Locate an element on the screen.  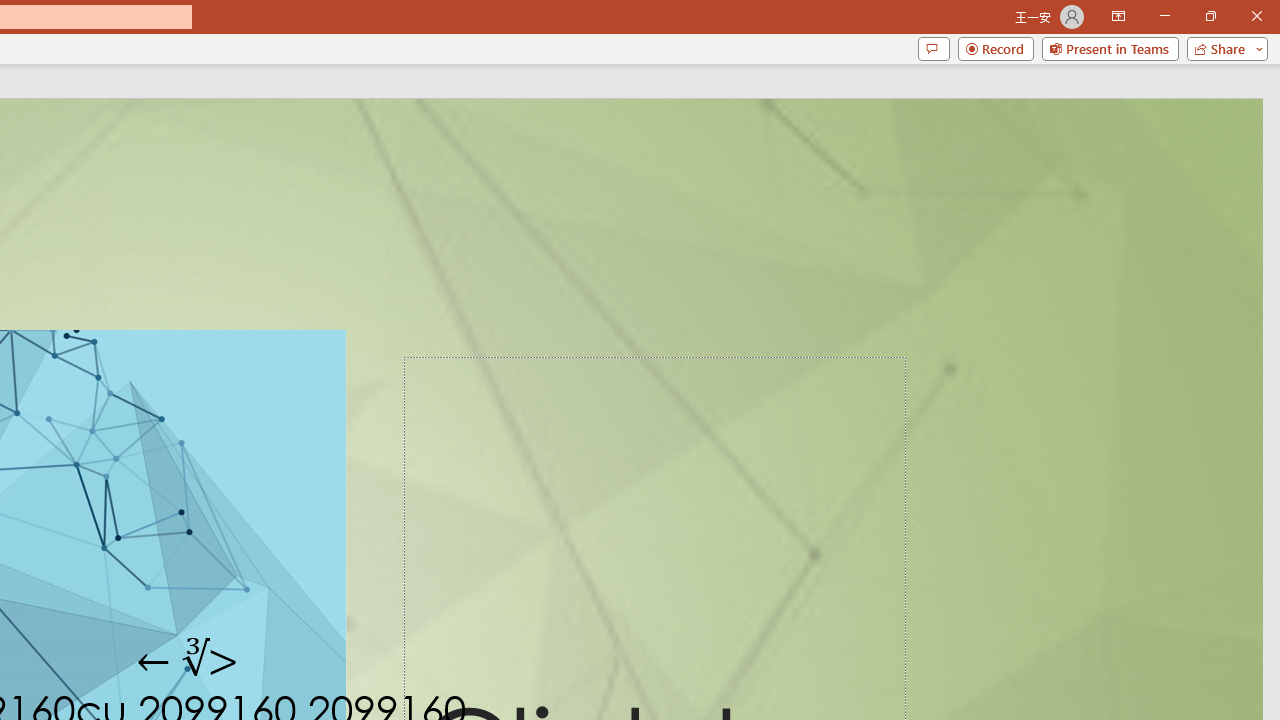
'Share' is located at coordinates (1222, 47).